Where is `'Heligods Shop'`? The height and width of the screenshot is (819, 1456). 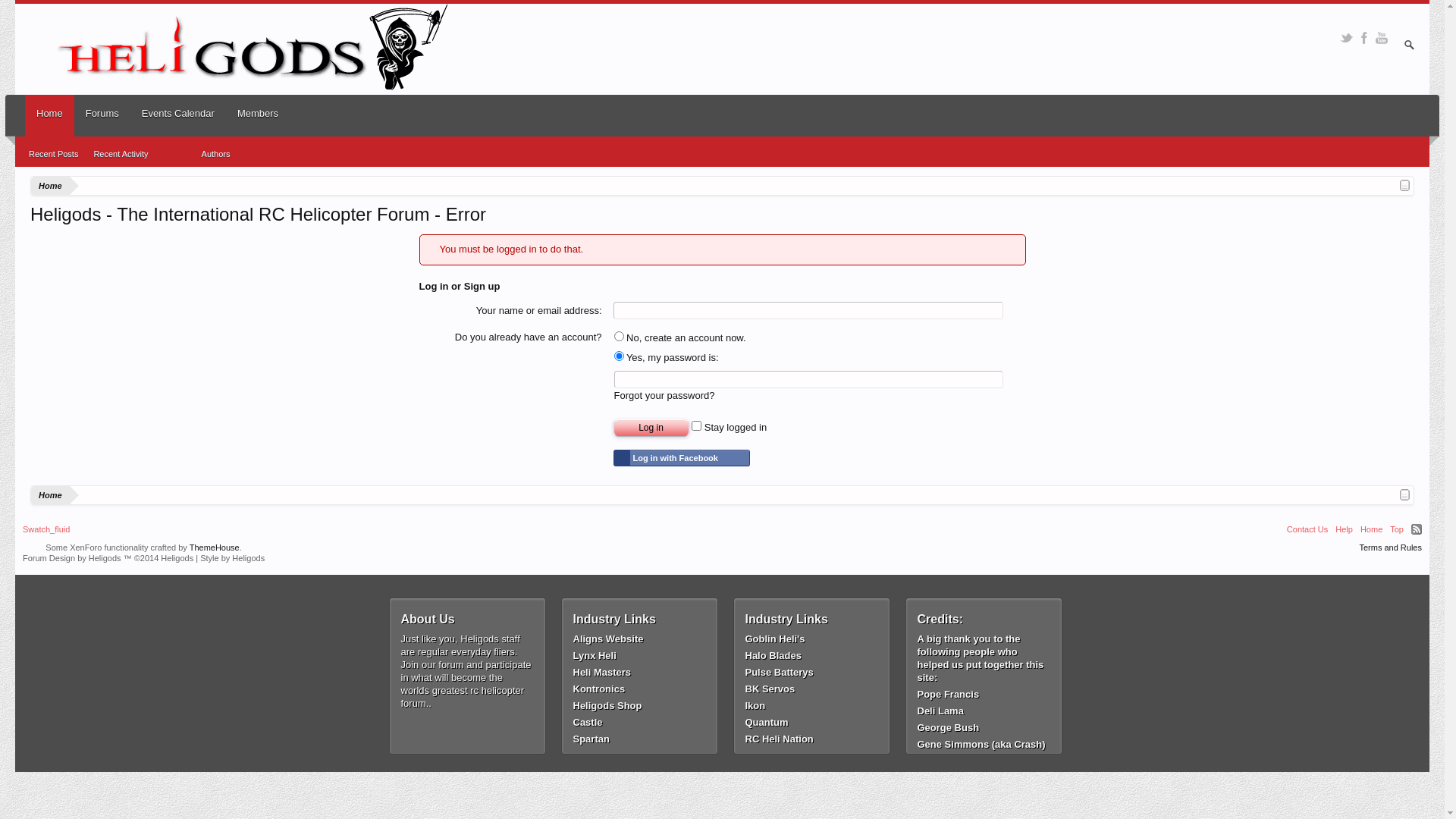
'Heligods Shop' is located at coordinates (572, 705).